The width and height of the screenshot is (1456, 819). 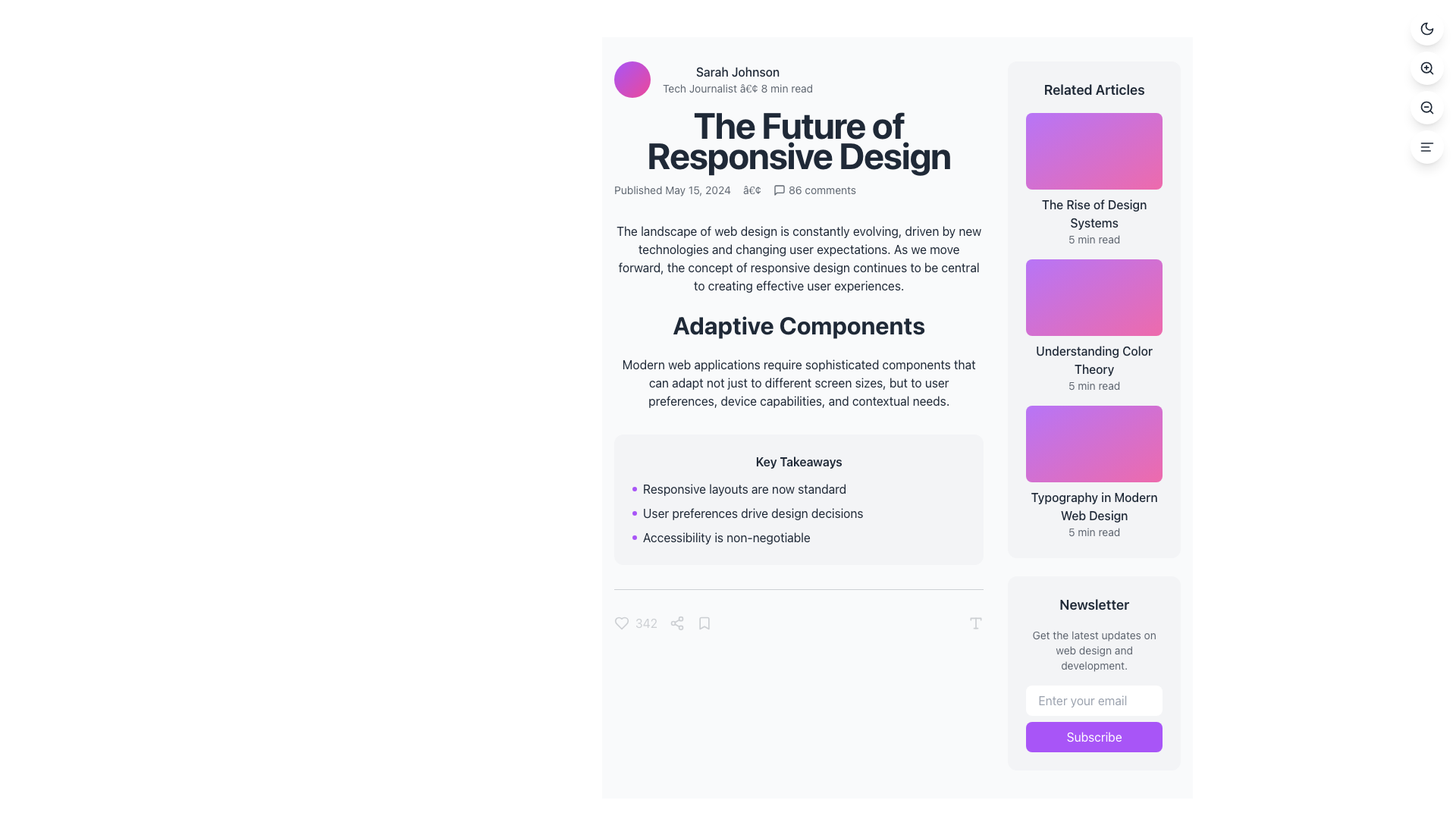 I want to click on static text element that provides metadata about the author, including their profession and estimated reading time, located beneath the 'Sarah Johnson' text element, so click(x=738, y=88).